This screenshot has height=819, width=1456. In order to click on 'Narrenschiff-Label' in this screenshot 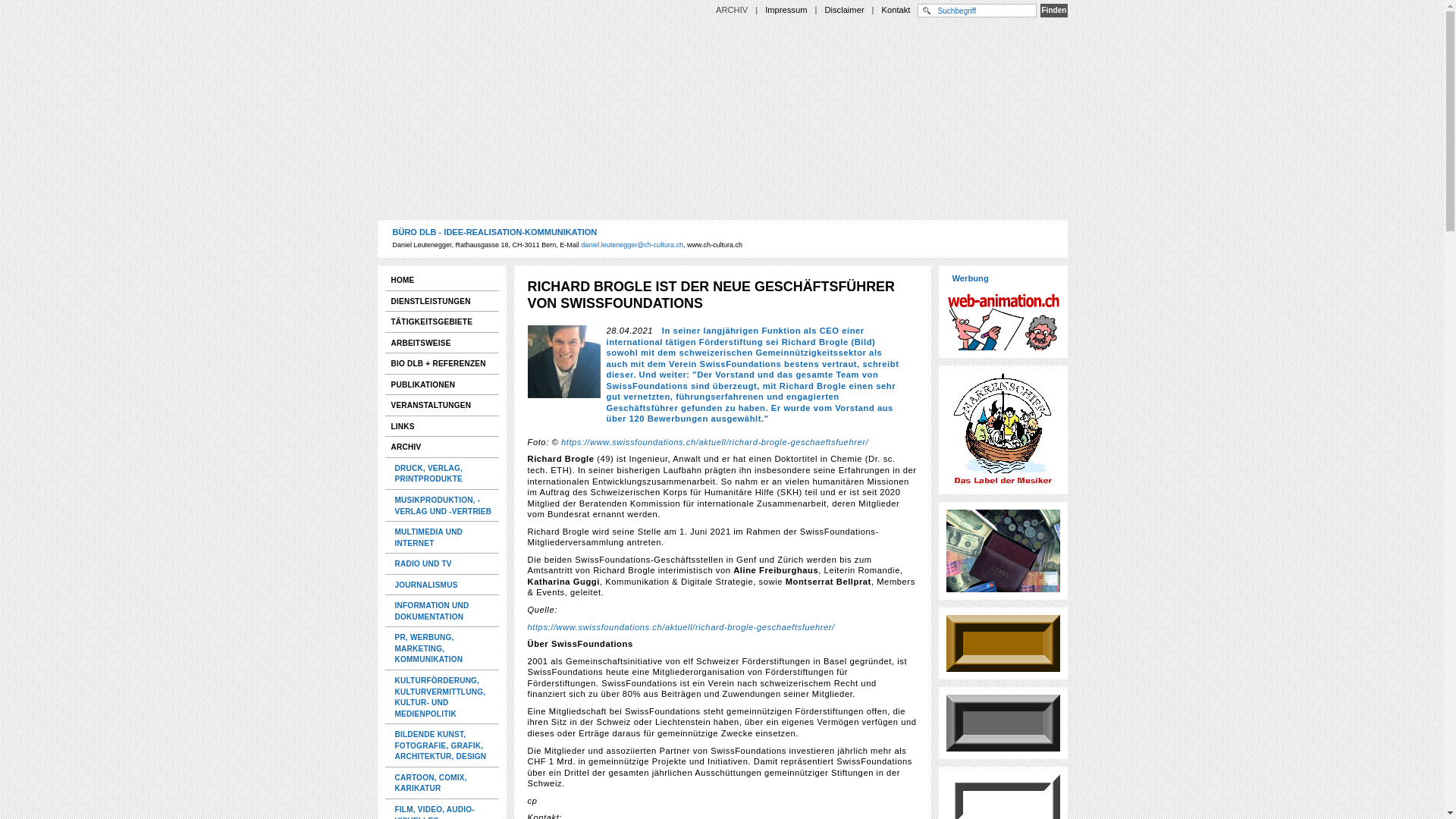, I will do `click(1003, 430)`.